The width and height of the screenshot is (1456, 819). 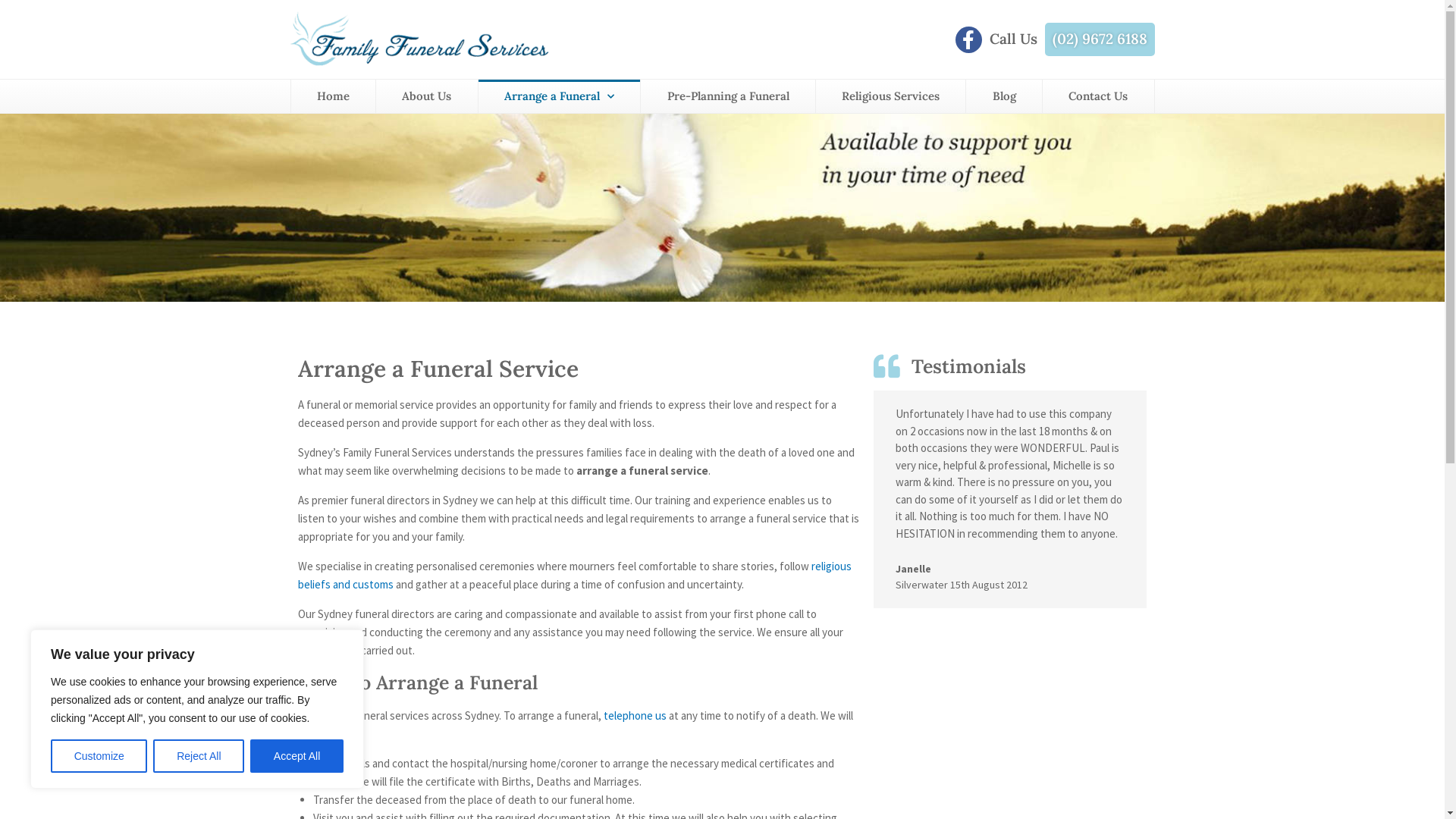 I want to click on 'Accept All', so click(x=297, y=755).